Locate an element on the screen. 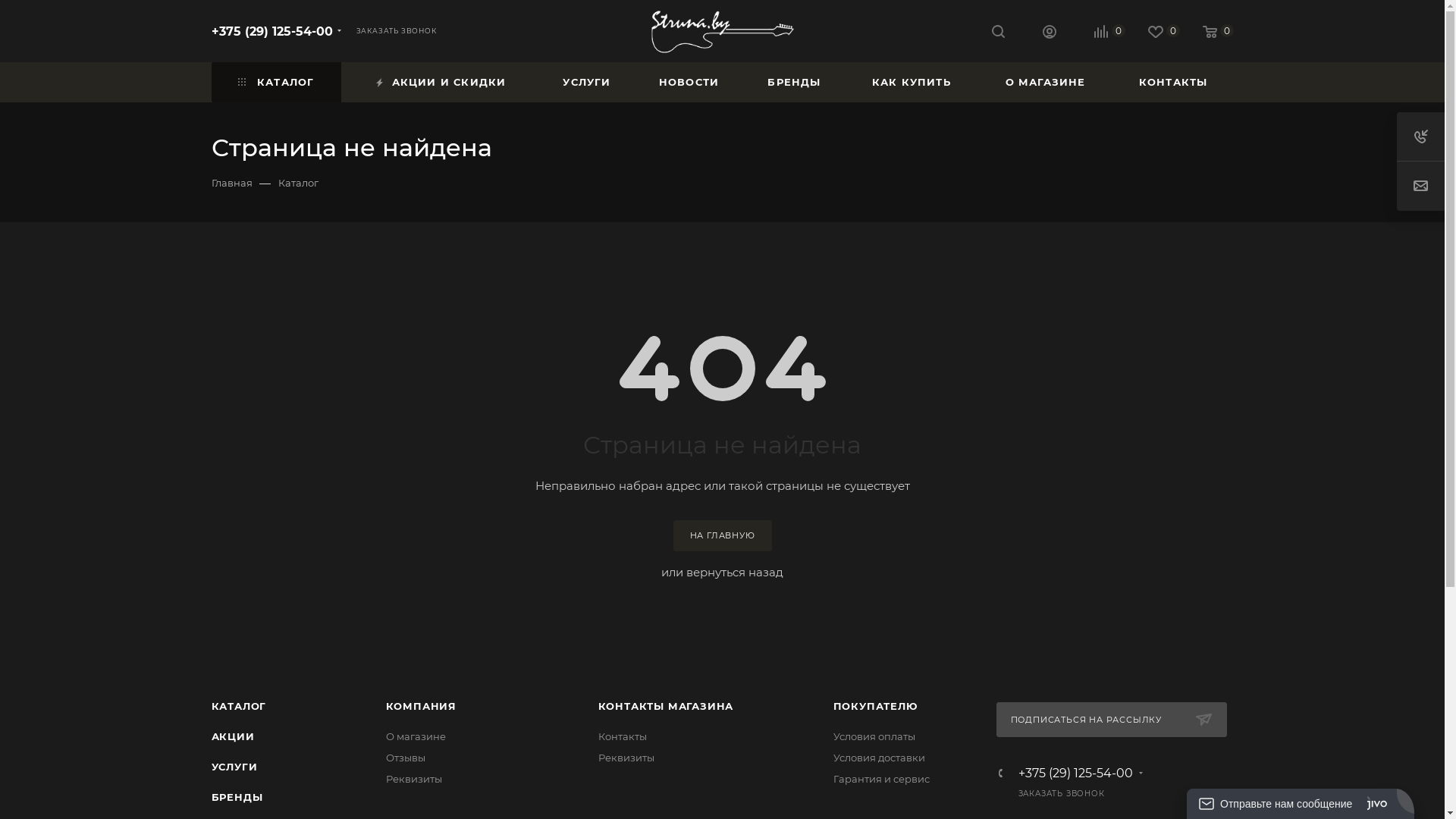  '0' is located at coordinates (1153, 32).